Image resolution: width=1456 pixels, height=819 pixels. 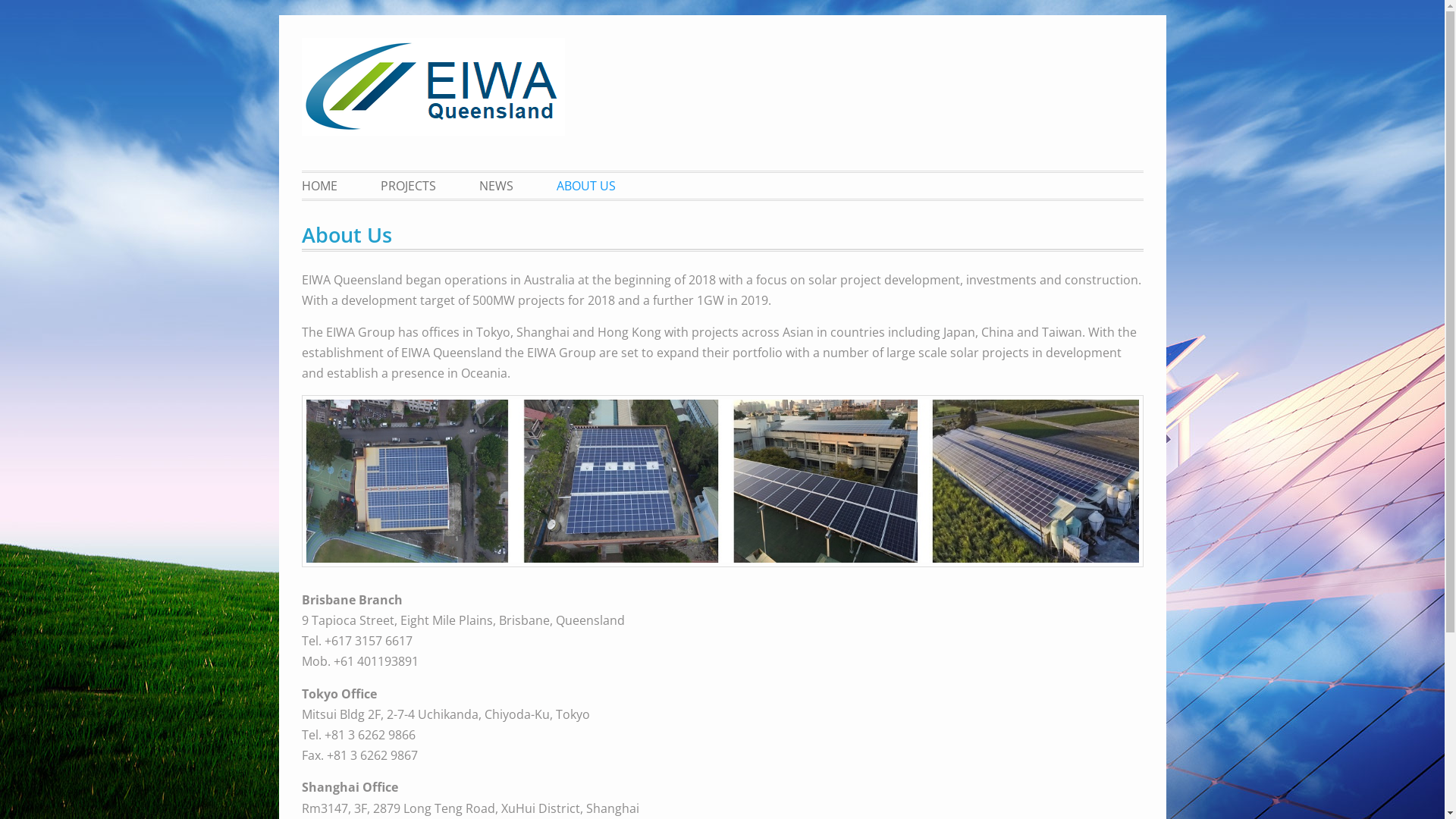 What do you see at coordinates (359, 185) in the screenshot?
I see `'PROJECTS'` at bounding box center [359, 185].